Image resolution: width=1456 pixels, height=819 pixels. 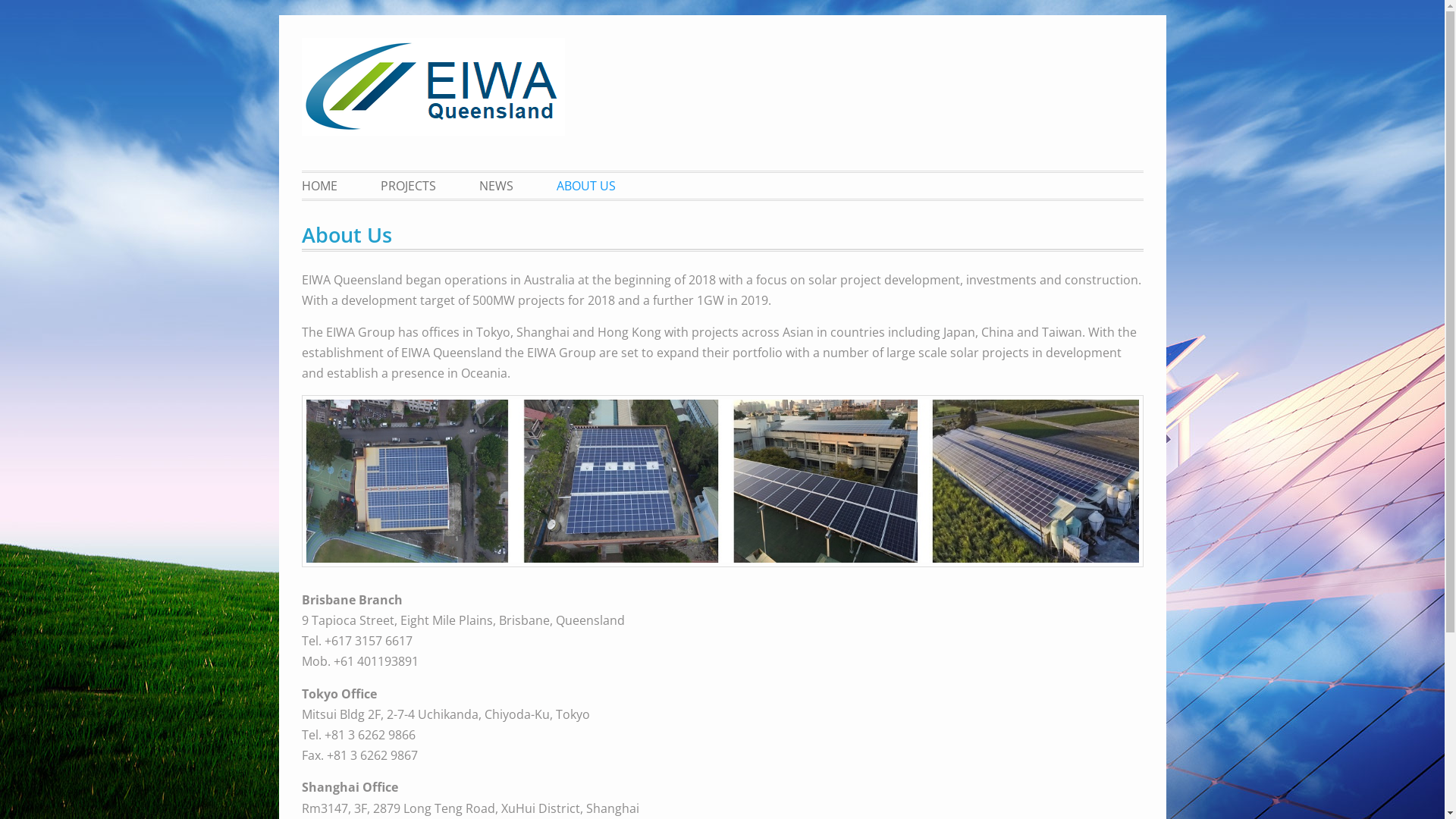 What do you see at coordinates (359, 185) in the screenshot?
I see `'PROJECTS'` at bounding box center [359, 185].